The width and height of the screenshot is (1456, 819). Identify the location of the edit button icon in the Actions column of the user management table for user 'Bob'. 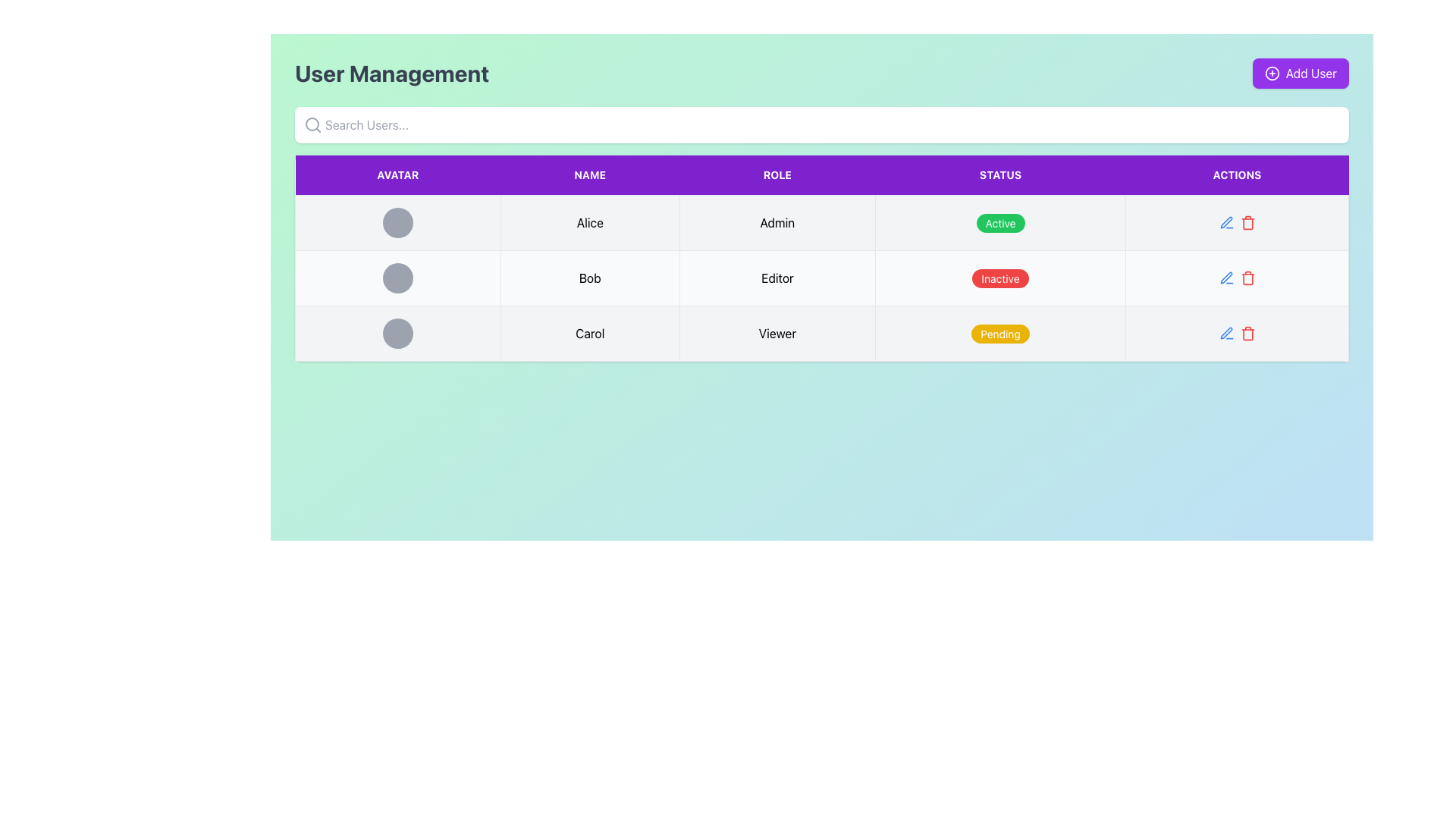
(1226, 278).